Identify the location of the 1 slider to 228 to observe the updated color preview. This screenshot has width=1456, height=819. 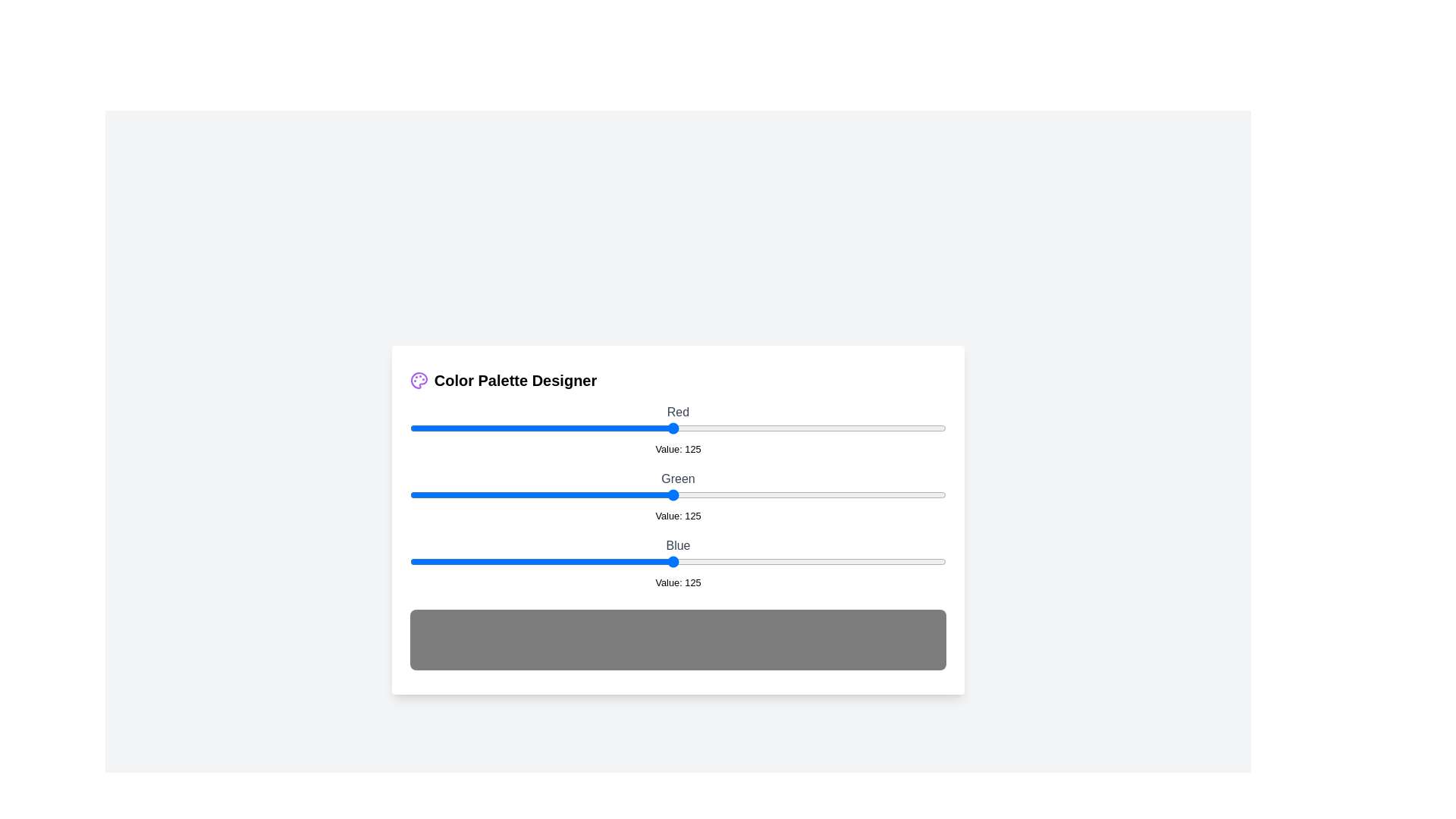
(890, 494).